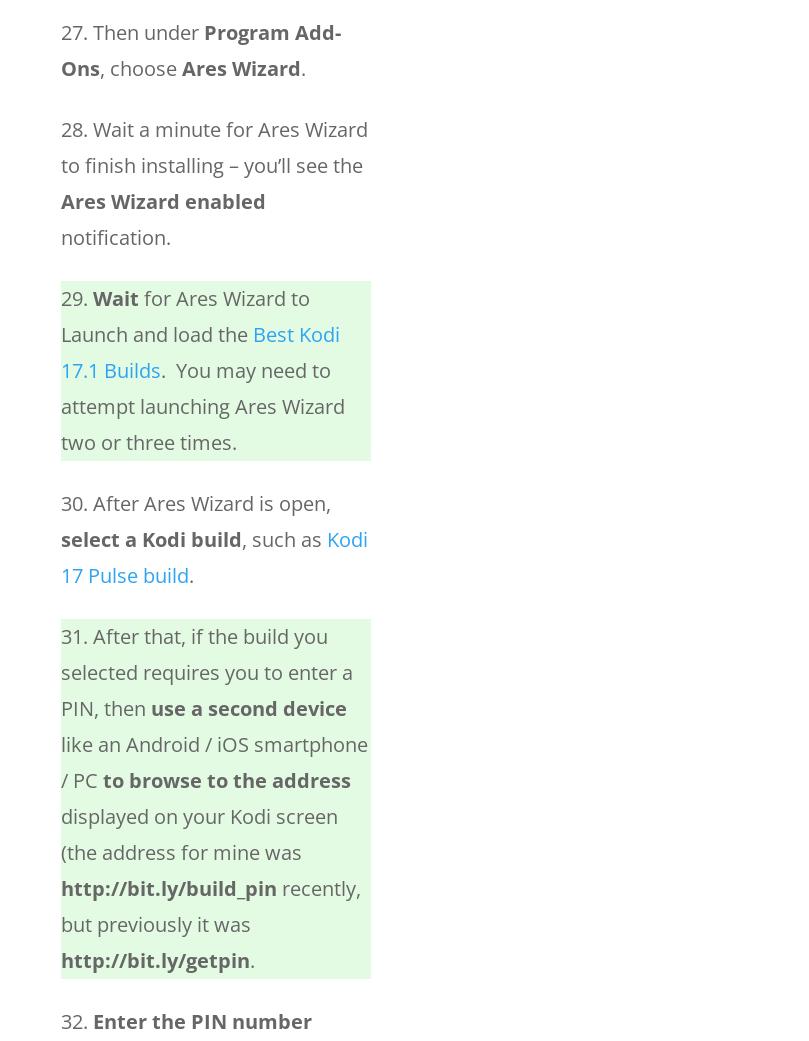  Describe the element at coordinates (116, 236) in the screenshot. I see `'notification.'` at that location.